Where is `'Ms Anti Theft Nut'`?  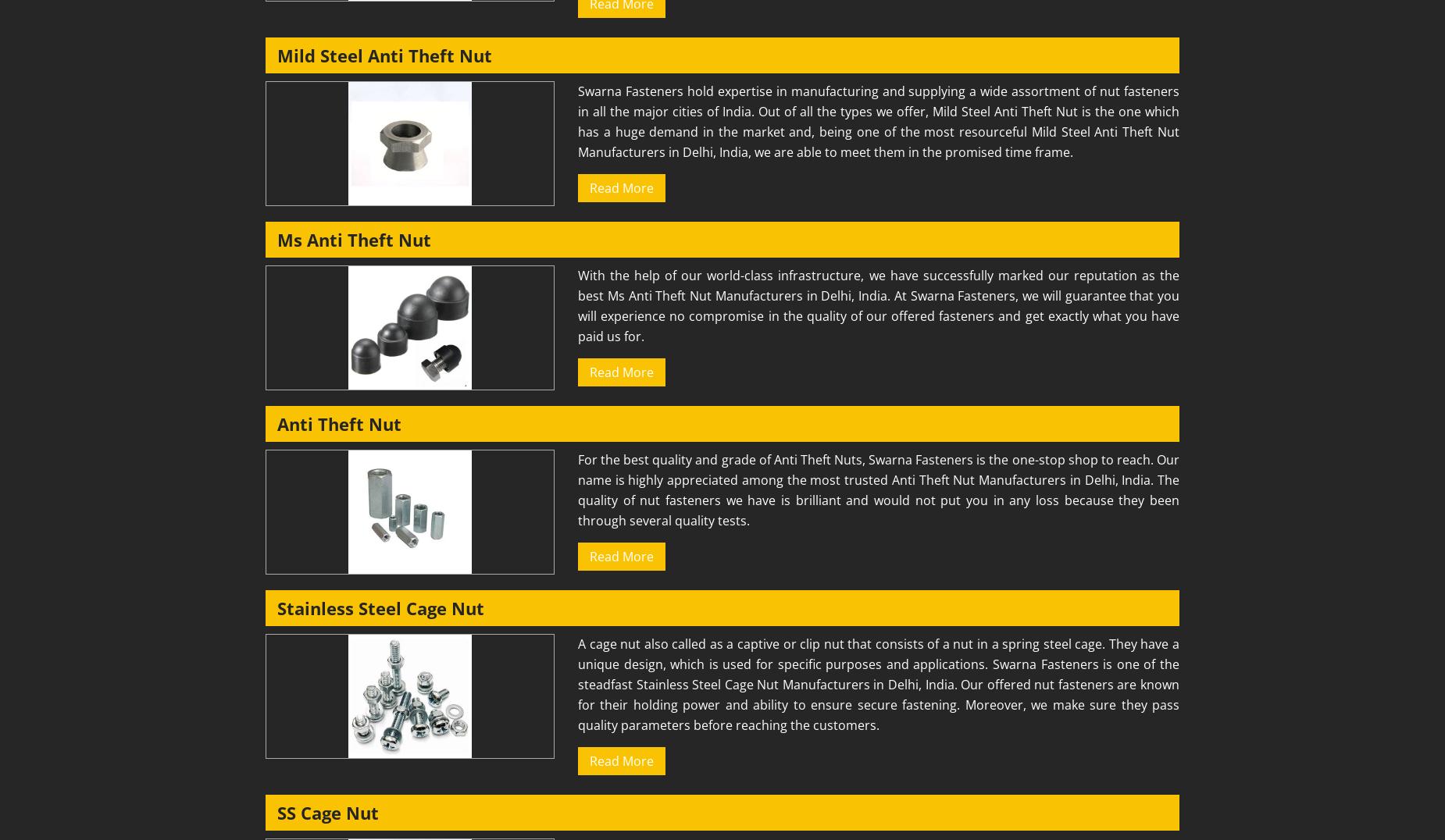 'Ms Anti Theft Nut' is located at coordinates (353, 238).